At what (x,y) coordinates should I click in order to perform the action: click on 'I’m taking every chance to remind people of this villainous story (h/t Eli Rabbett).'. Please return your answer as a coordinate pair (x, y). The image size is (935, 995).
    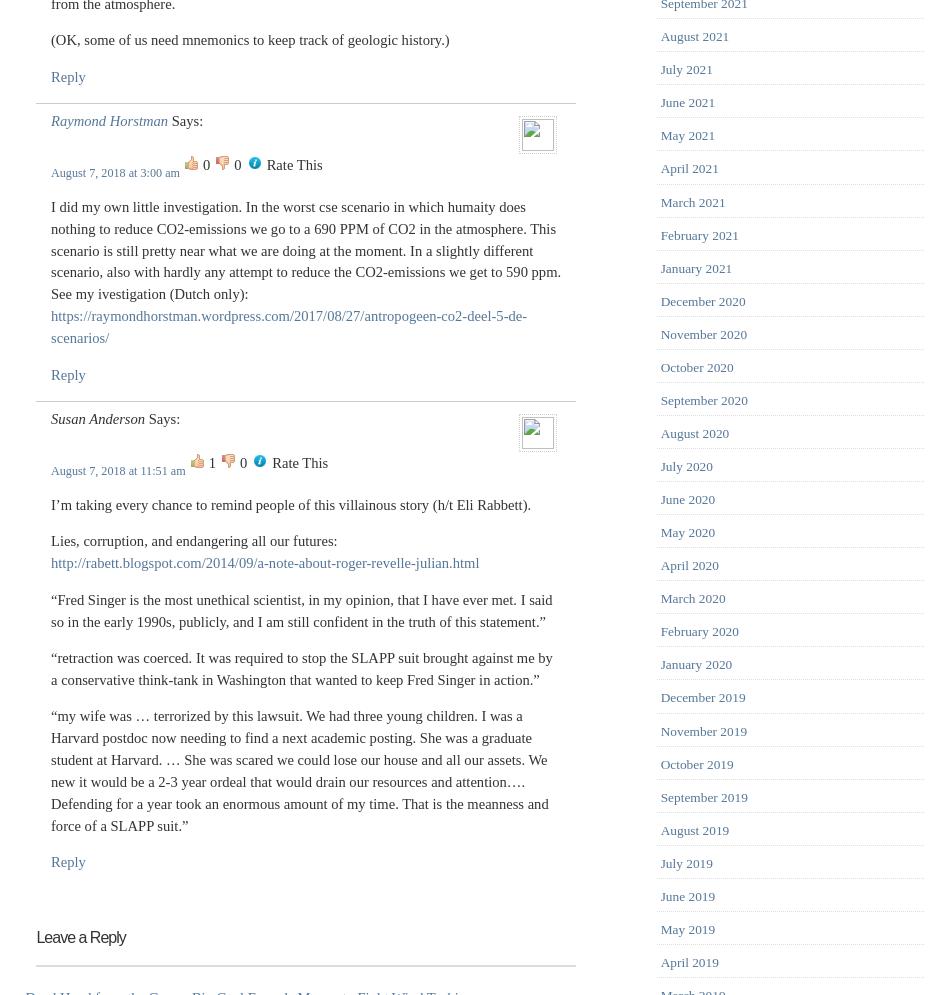
    Looking at the image, I should click on (289, 502).